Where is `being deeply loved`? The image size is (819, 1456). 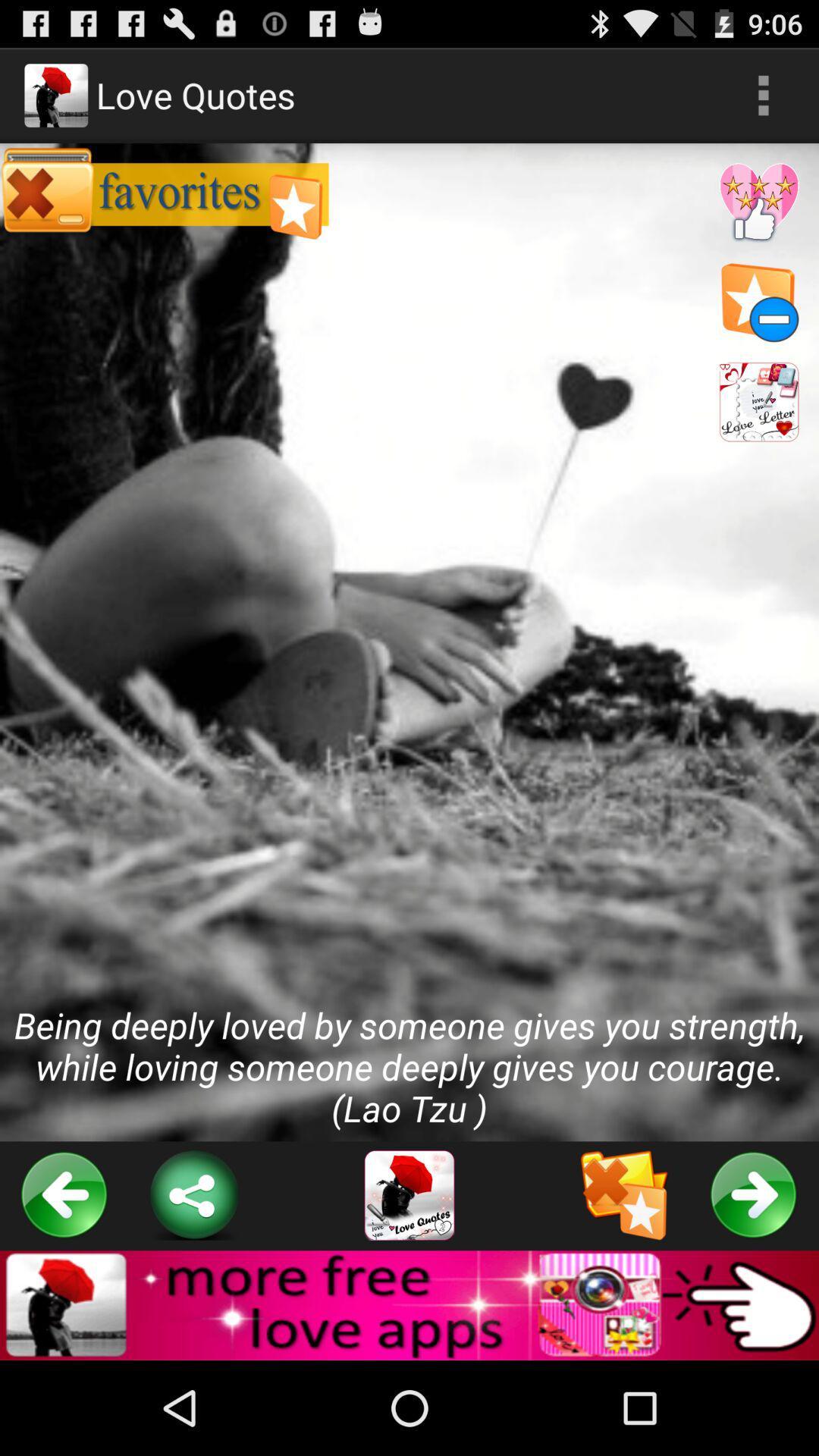
being deeply loved is located at coordinates (409, 642).